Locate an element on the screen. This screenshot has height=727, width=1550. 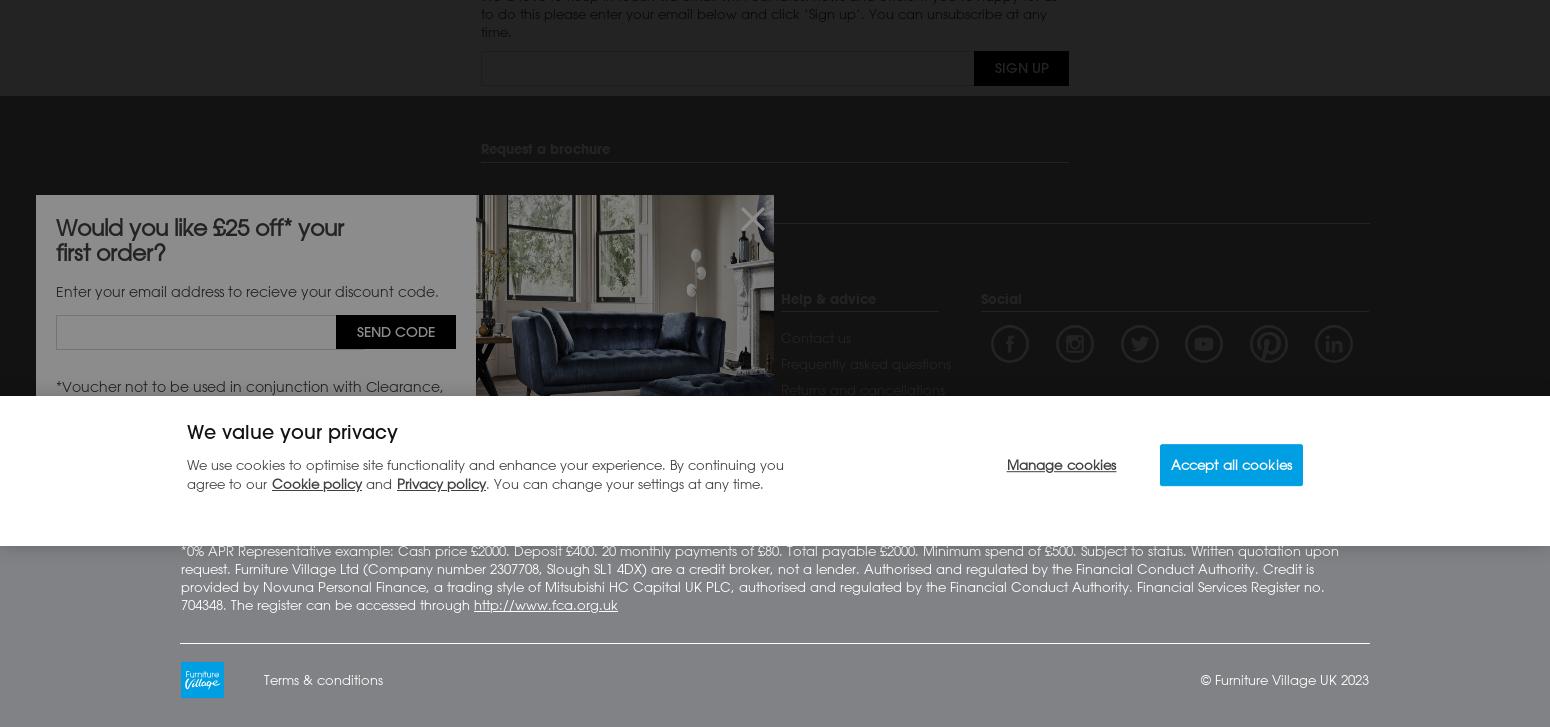
'Inspiration' is located at coordinates (416, 297).